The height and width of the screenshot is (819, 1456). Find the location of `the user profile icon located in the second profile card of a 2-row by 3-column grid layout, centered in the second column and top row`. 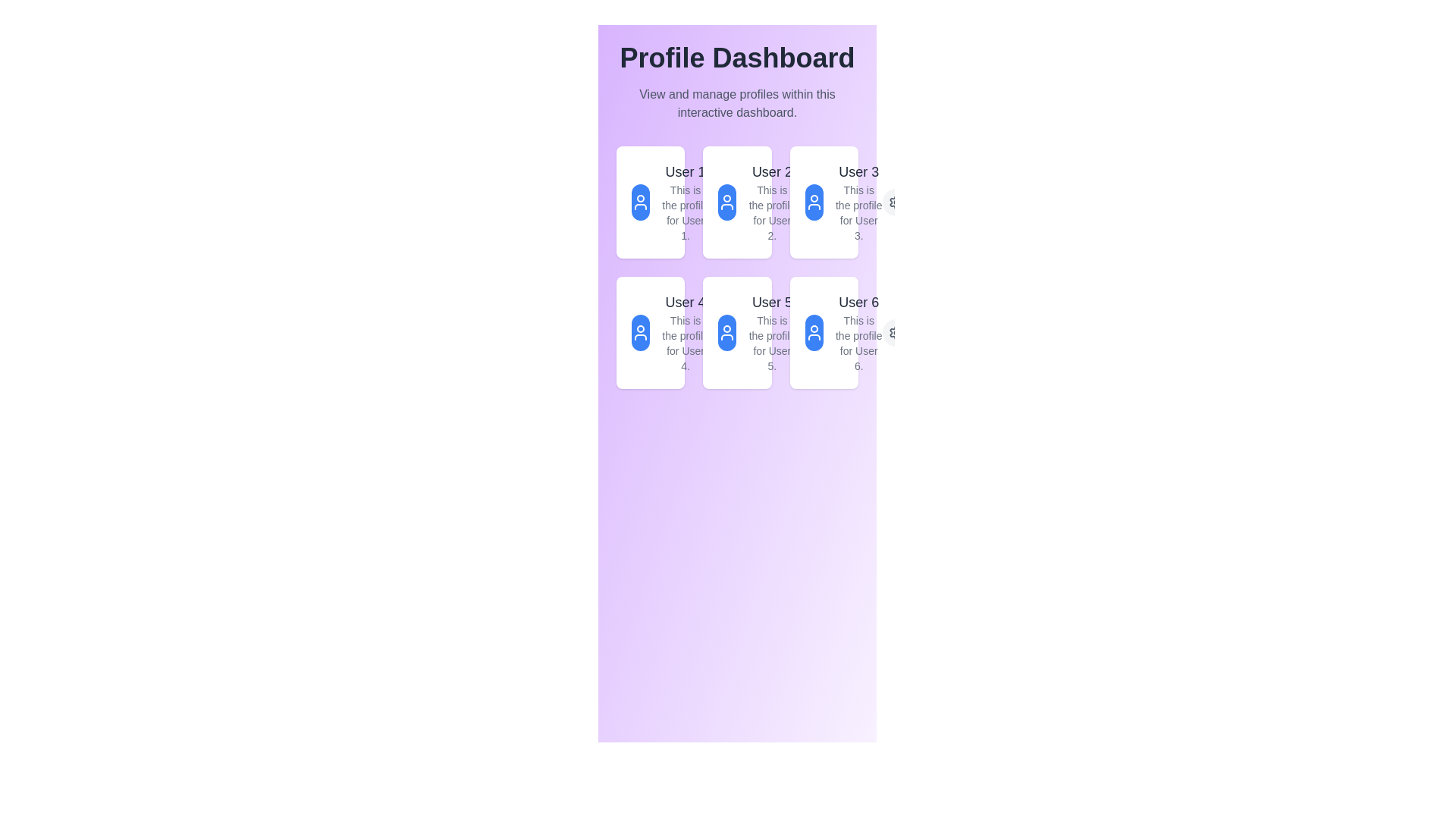

the user profile icon located in the second profile card of a 2-row by 3-column grid layout, centered in the second column and top row is located at coordinates (726, 201).